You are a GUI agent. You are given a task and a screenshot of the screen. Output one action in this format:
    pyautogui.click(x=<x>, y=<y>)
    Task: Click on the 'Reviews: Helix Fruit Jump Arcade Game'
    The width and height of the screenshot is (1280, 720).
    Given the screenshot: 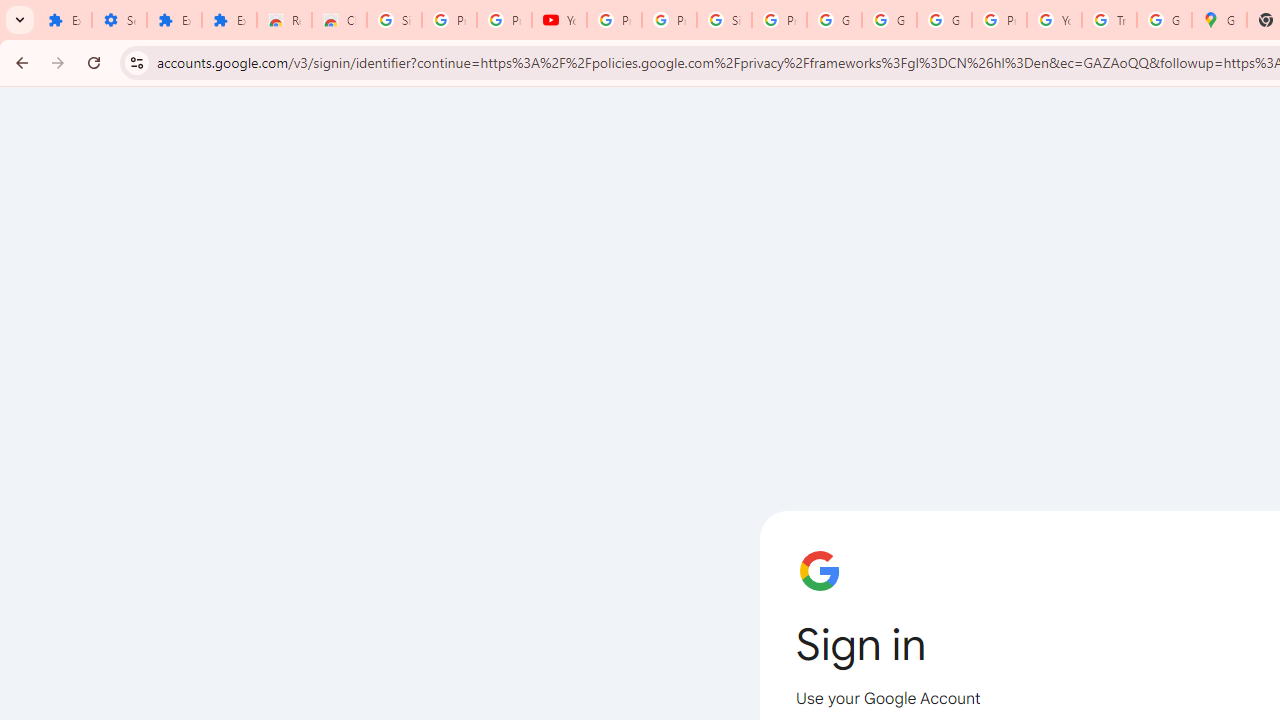 What is the action you would take?
    pyautogui.click(x=283, y=20)
    